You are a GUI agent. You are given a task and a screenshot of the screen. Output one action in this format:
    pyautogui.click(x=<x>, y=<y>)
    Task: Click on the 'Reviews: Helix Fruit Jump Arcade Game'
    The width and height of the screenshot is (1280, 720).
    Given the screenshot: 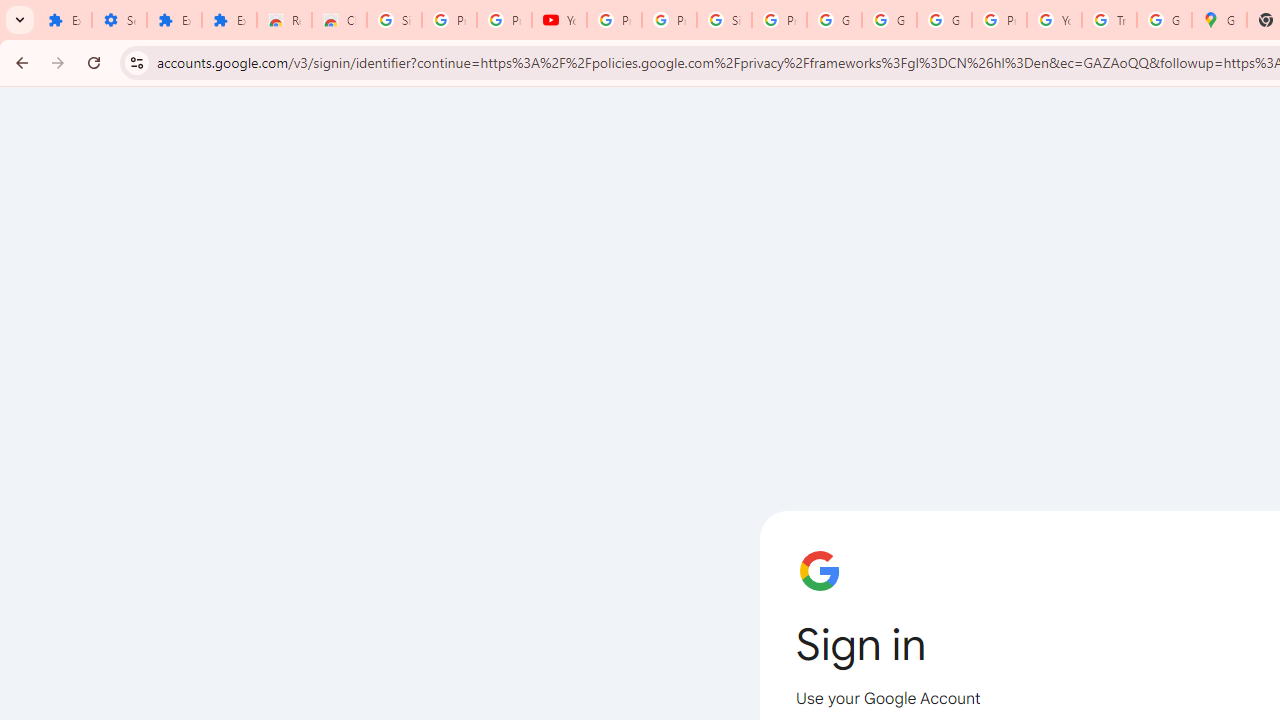 What is the action you would take?
    pyautogui.click(x=283, y=20)
    